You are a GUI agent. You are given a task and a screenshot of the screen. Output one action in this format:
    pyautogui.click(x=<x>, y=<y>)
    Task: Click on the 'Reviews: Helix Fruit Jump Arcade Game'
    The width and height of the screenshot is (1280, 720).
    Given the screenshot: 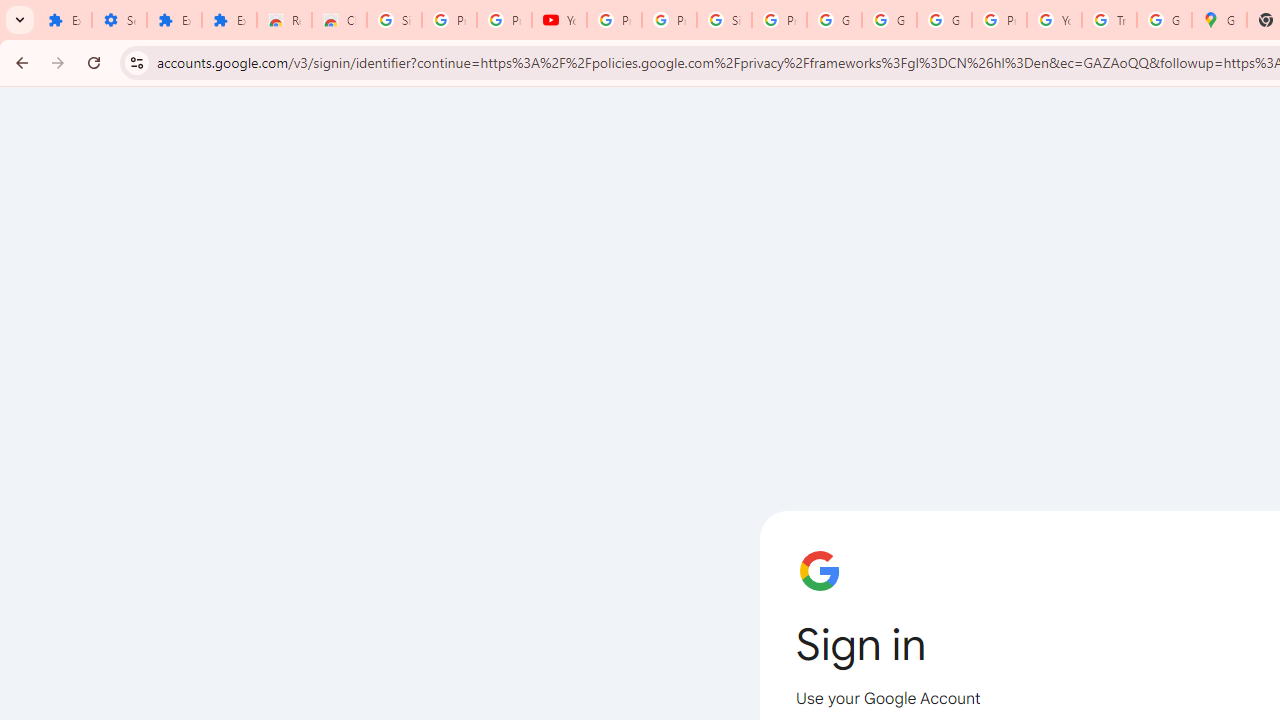 What is the action you would take?
    pyautogui.click(x=283, y=20)
    